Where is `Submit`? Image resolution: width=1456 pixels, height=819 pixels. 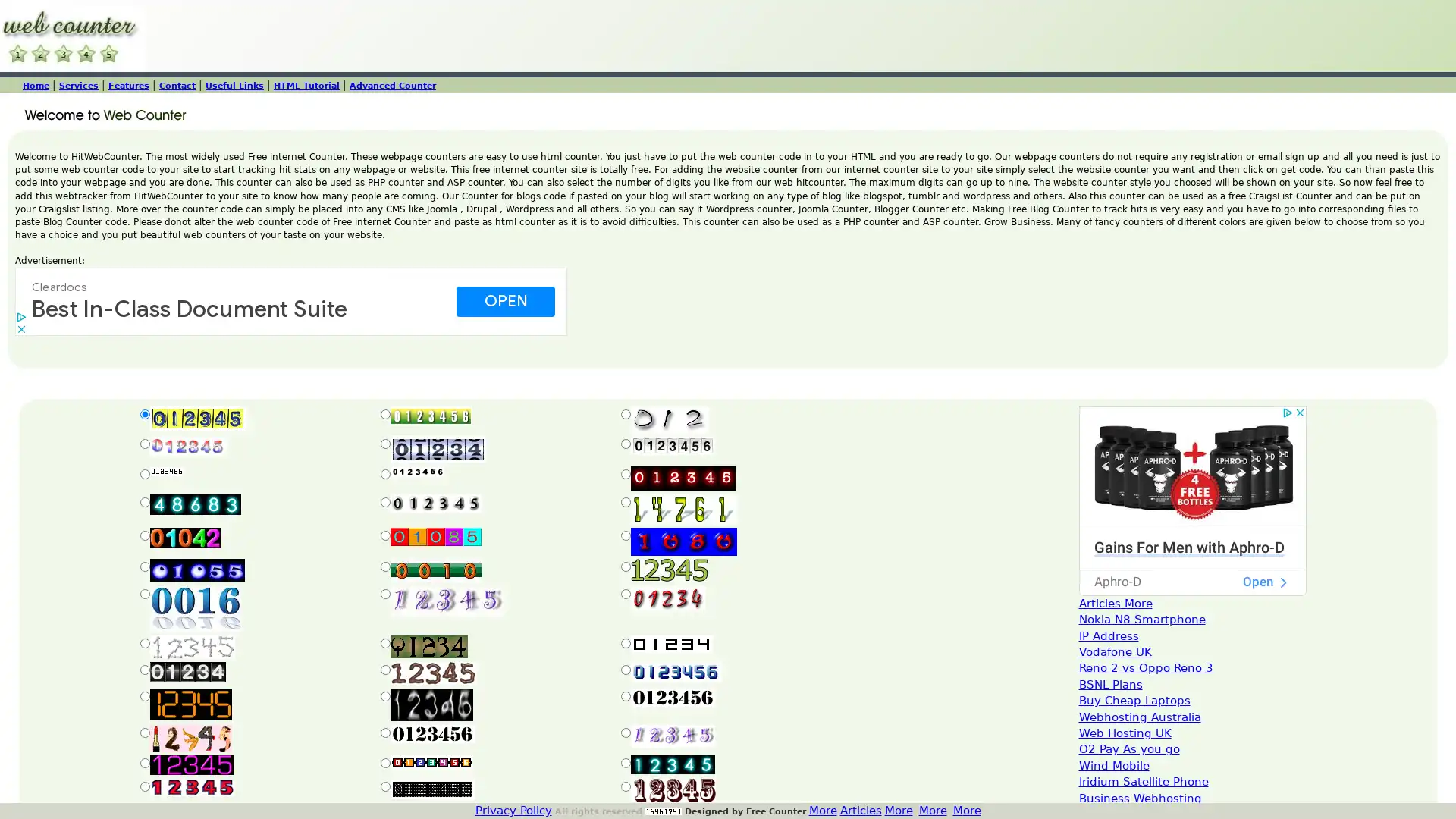
Submit is located at coordinates (668, 419).